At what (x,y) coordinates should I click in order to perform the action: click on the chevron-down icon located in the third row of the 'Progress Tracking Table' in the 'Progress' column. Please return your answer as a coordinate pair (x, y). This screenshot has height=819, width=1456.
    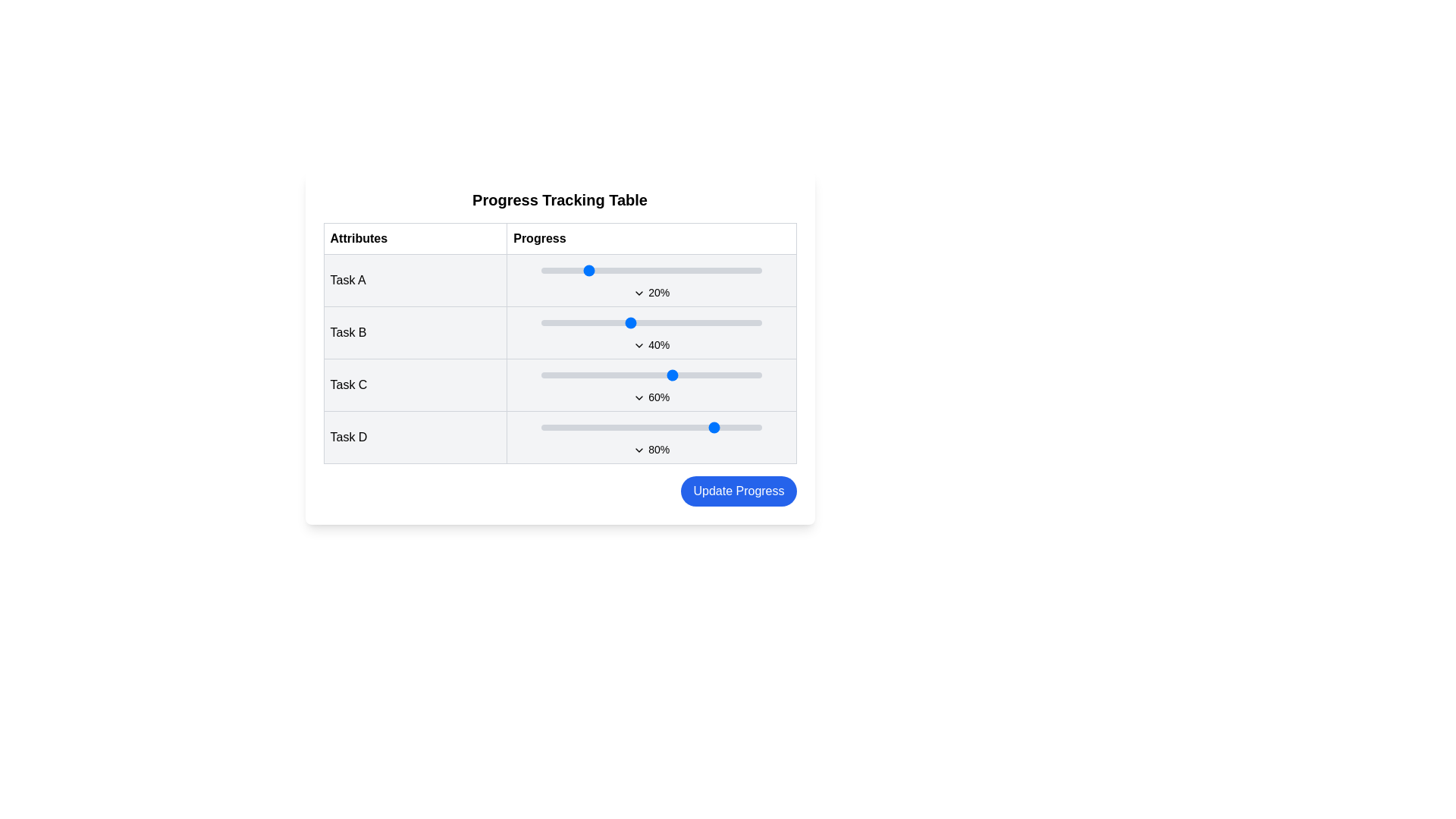
    Looking at the image, I should click on (639, 397).